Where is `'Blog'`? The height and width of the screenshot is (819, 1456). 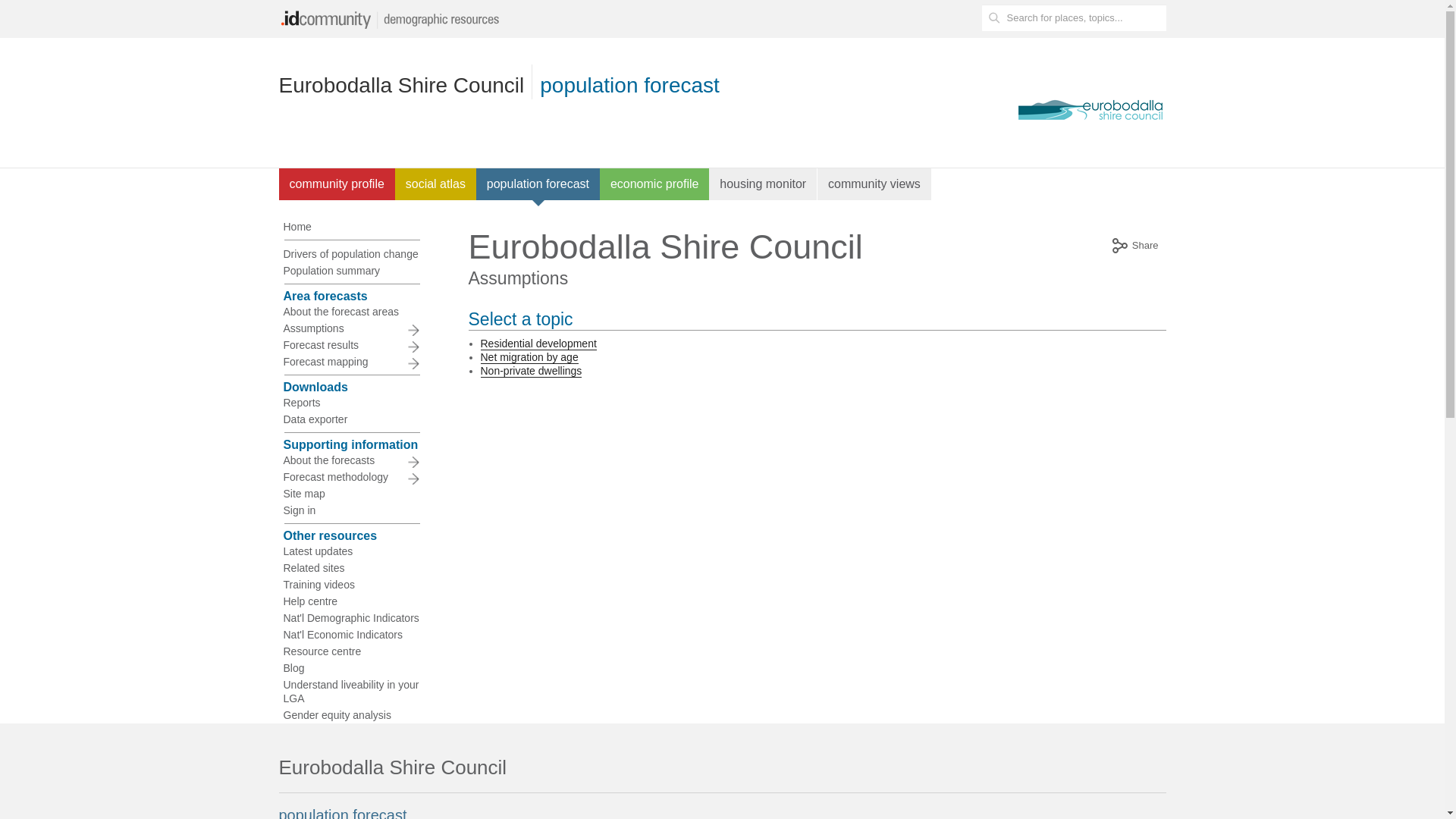
'Blog' is located at coordinates (350, 667).